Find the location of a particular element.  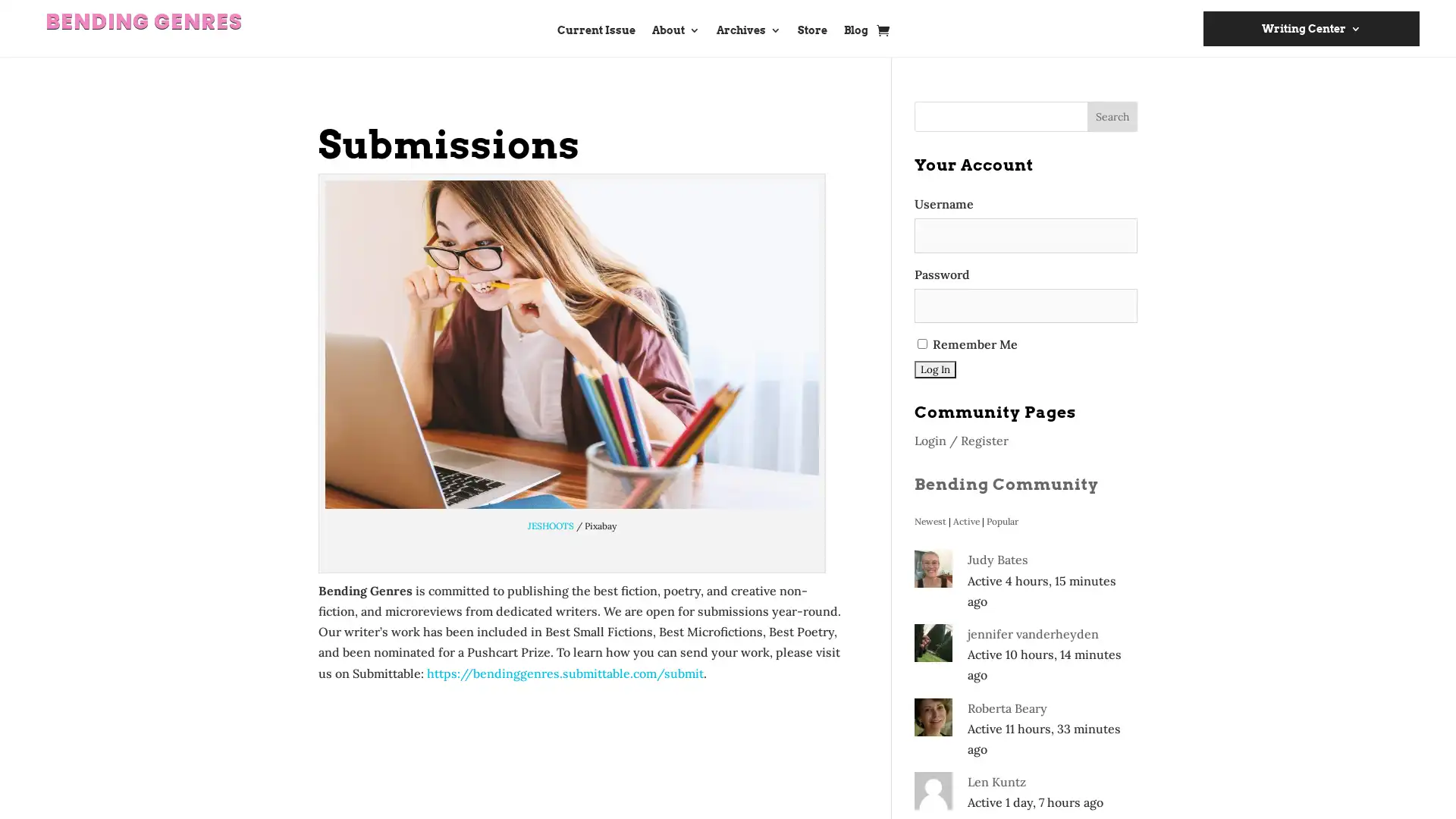

Log In is located at coordinates (934, 369).